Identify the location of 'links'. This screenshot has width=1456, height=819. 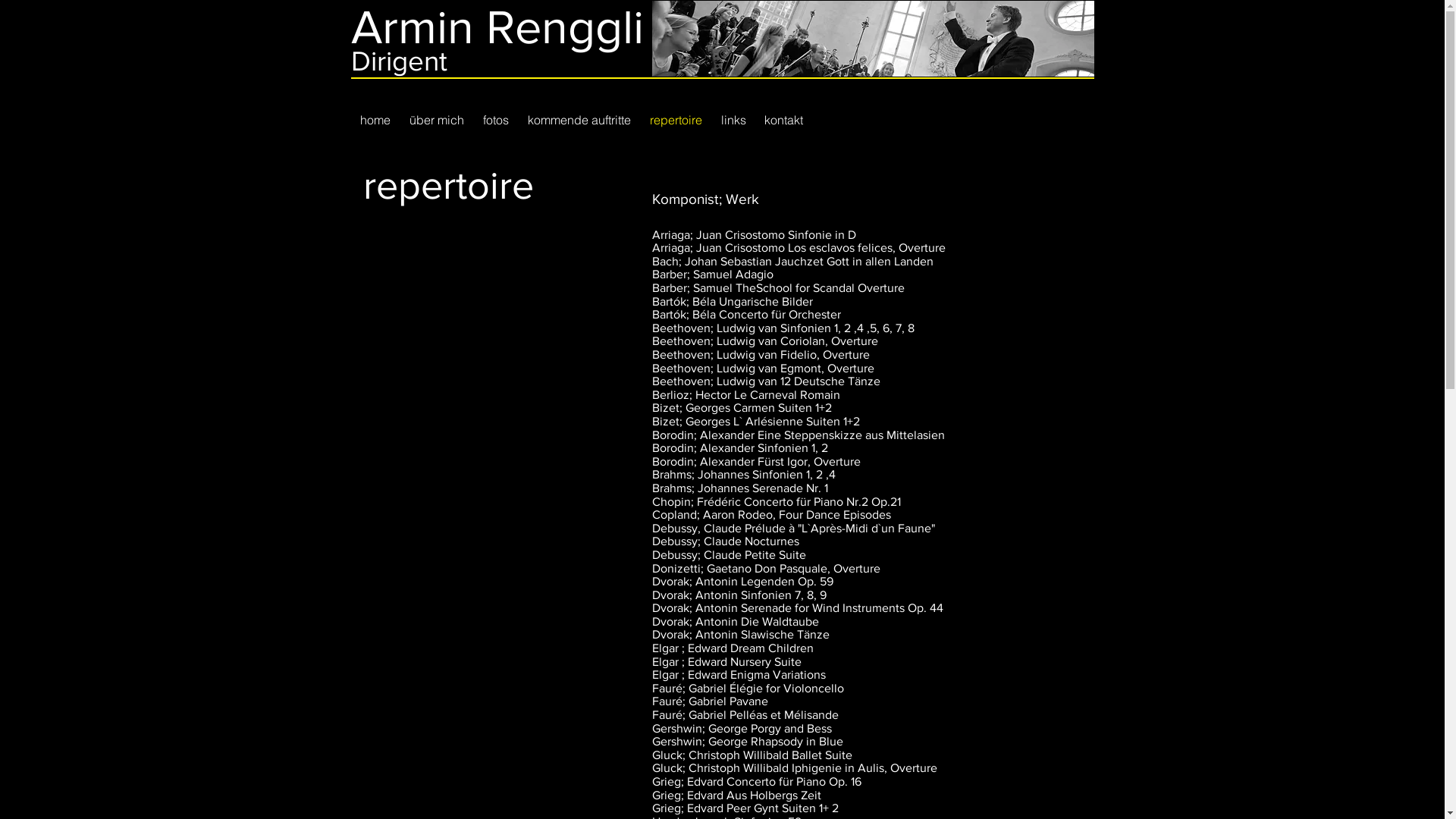
(733, 119).